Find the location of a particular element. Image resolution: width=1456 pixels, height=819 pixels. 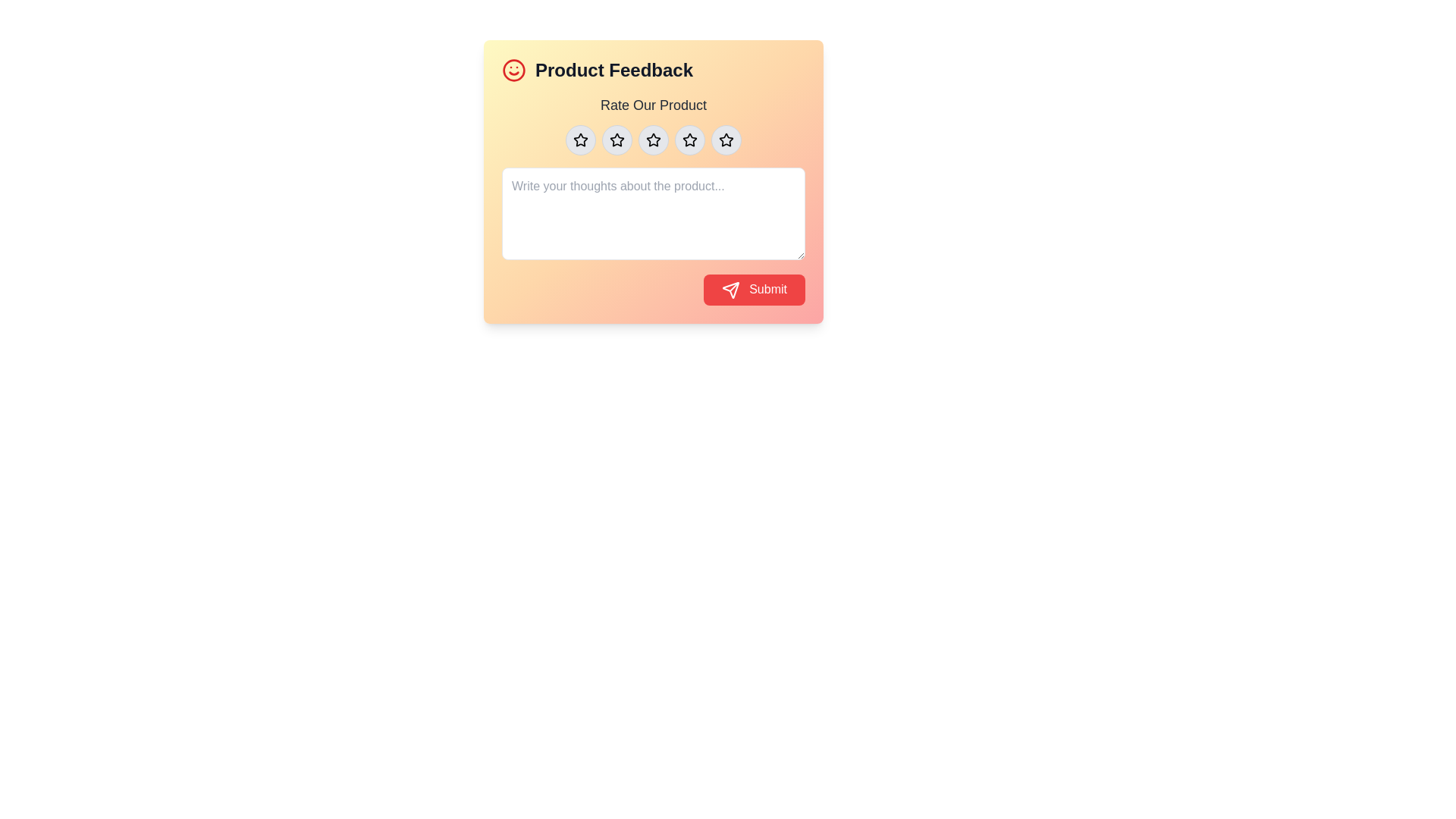

the first star-shaped icon in the row of five, located under the 'Rate Our Product' label is located at coordinates (580, 140).